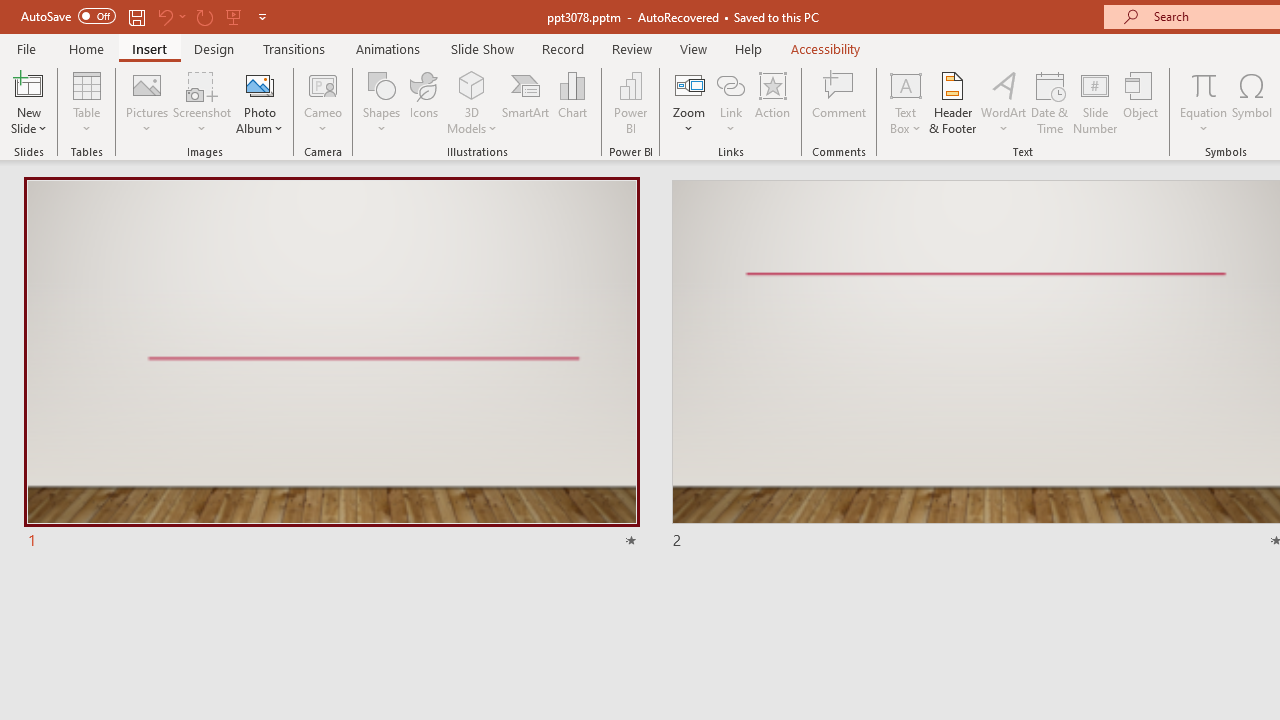 Image resolution: width=1280 pixels, height=720 pixels. Describe the element at coordinates (839, 103) in the screenshot. I see `'Comment'` at that location.